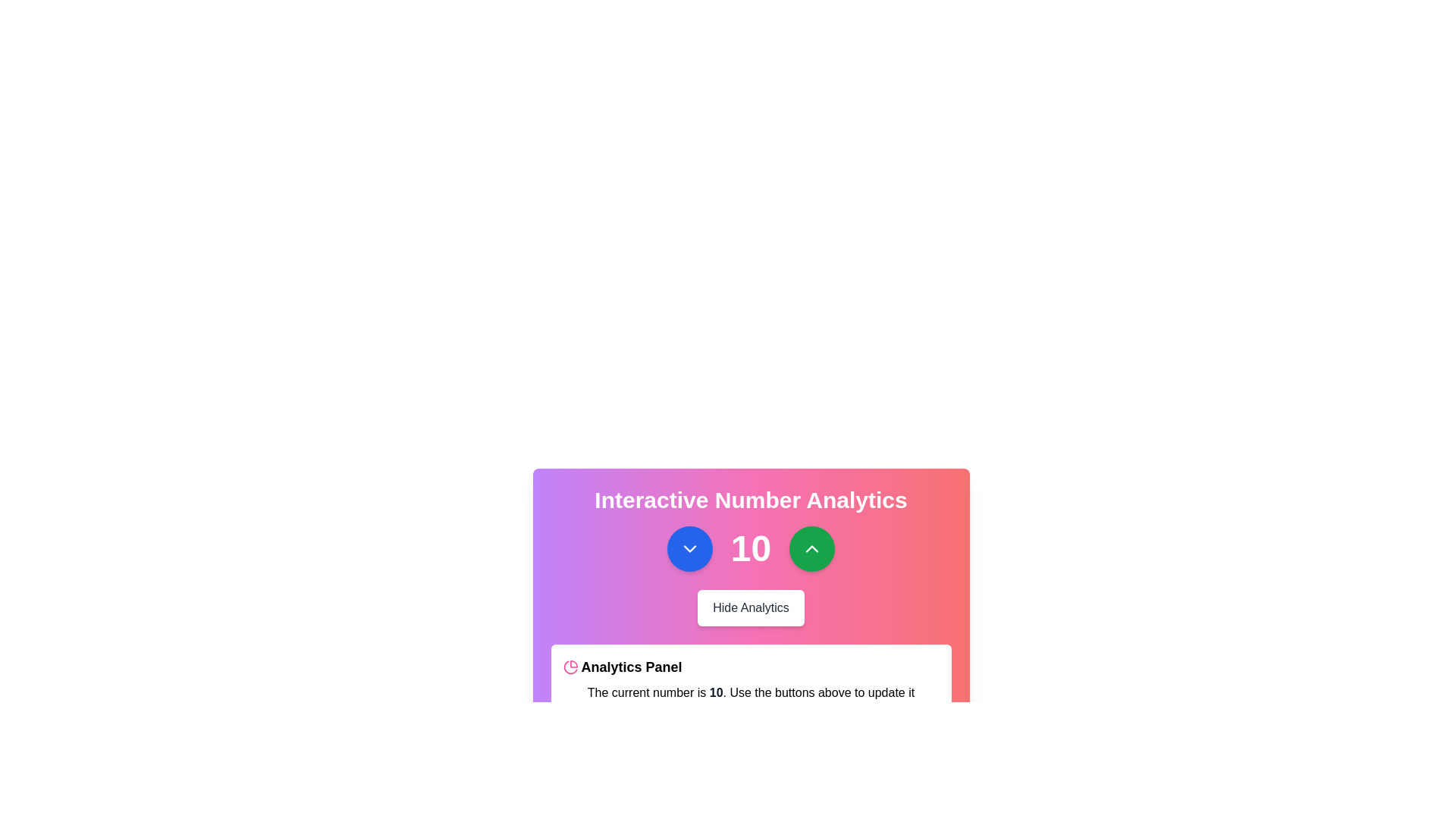 The image size is (1456, 819). I want to click on the decrement button with an icon located to the left of the displayed number '10', so click(689, 549).